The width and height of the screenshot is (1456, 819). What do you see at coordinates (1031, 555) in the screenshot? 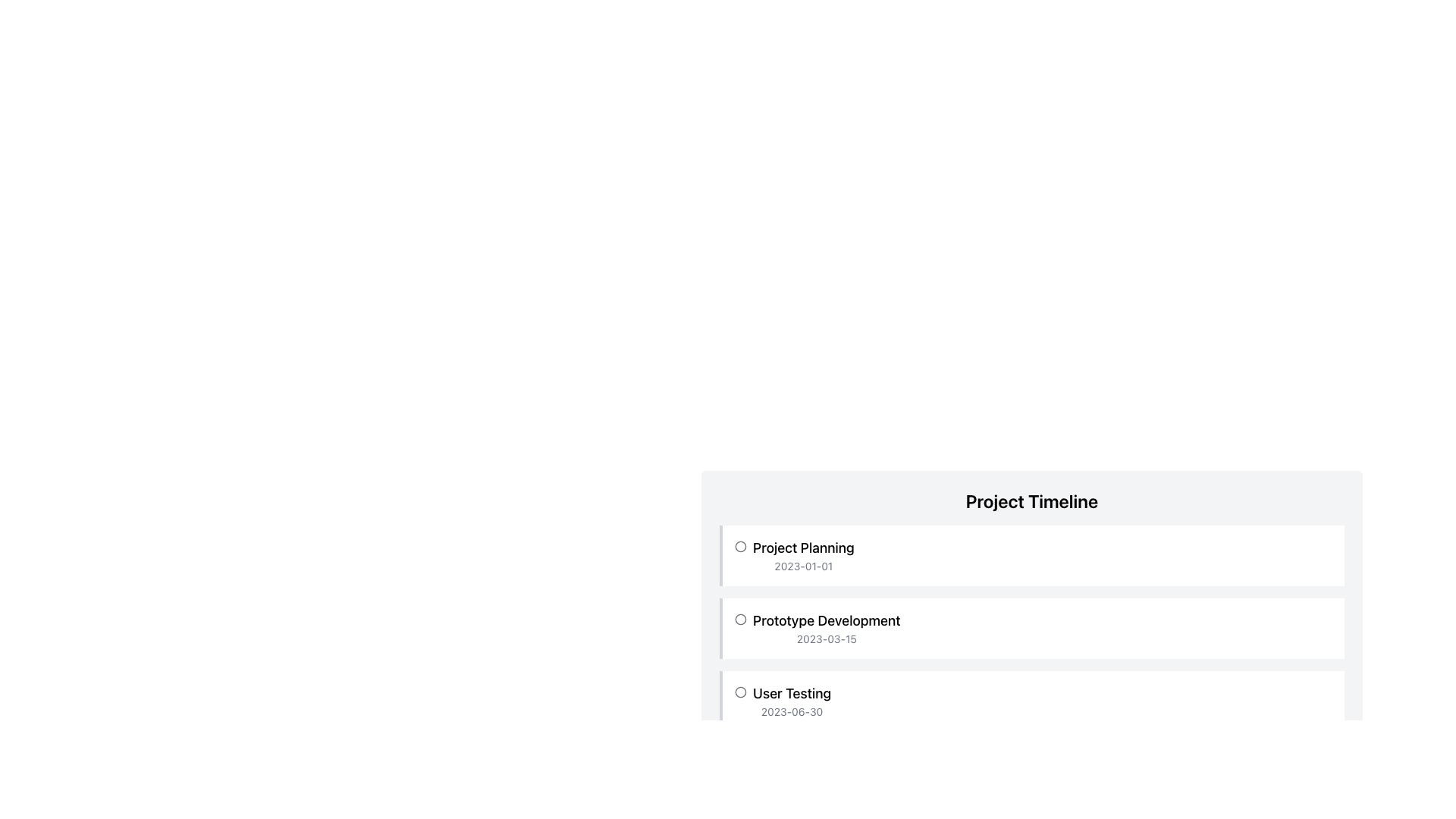
I see `the first item in the project timeline list` at bounding box center [1031, 555].